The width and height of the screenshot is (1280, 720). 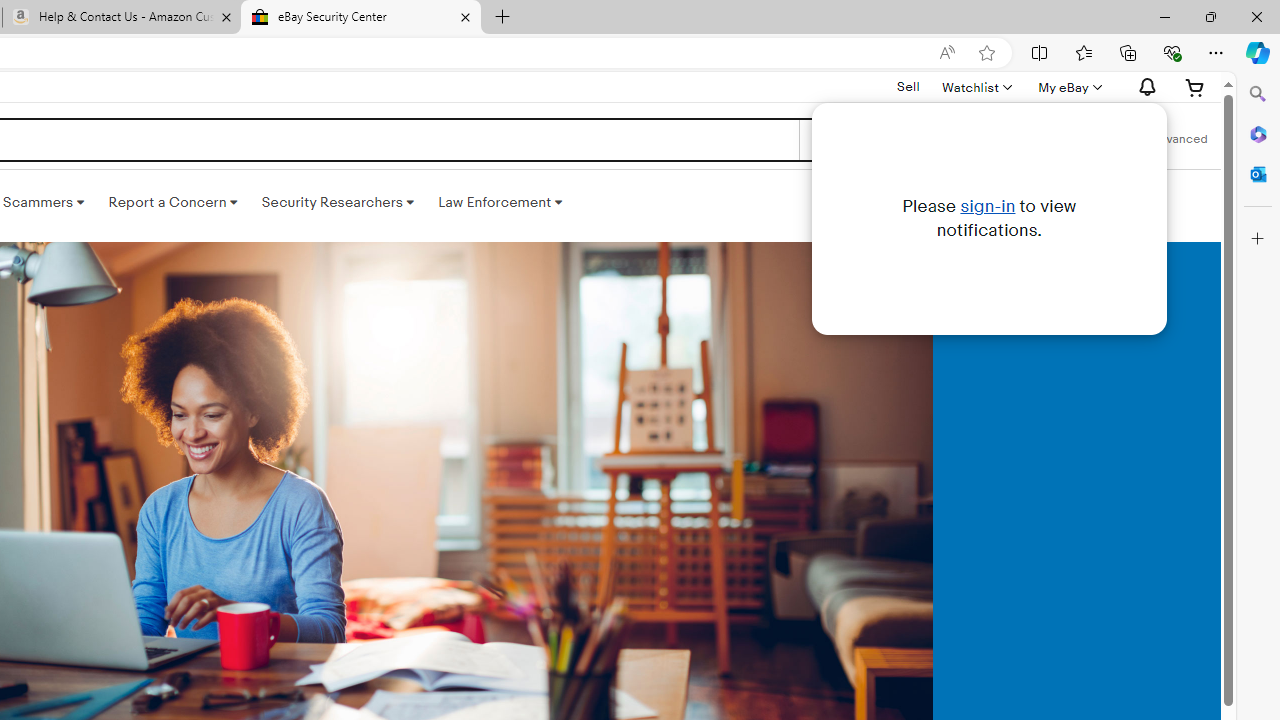 I want to click on 'Your shopping cart', so click(x=1195, y=86).